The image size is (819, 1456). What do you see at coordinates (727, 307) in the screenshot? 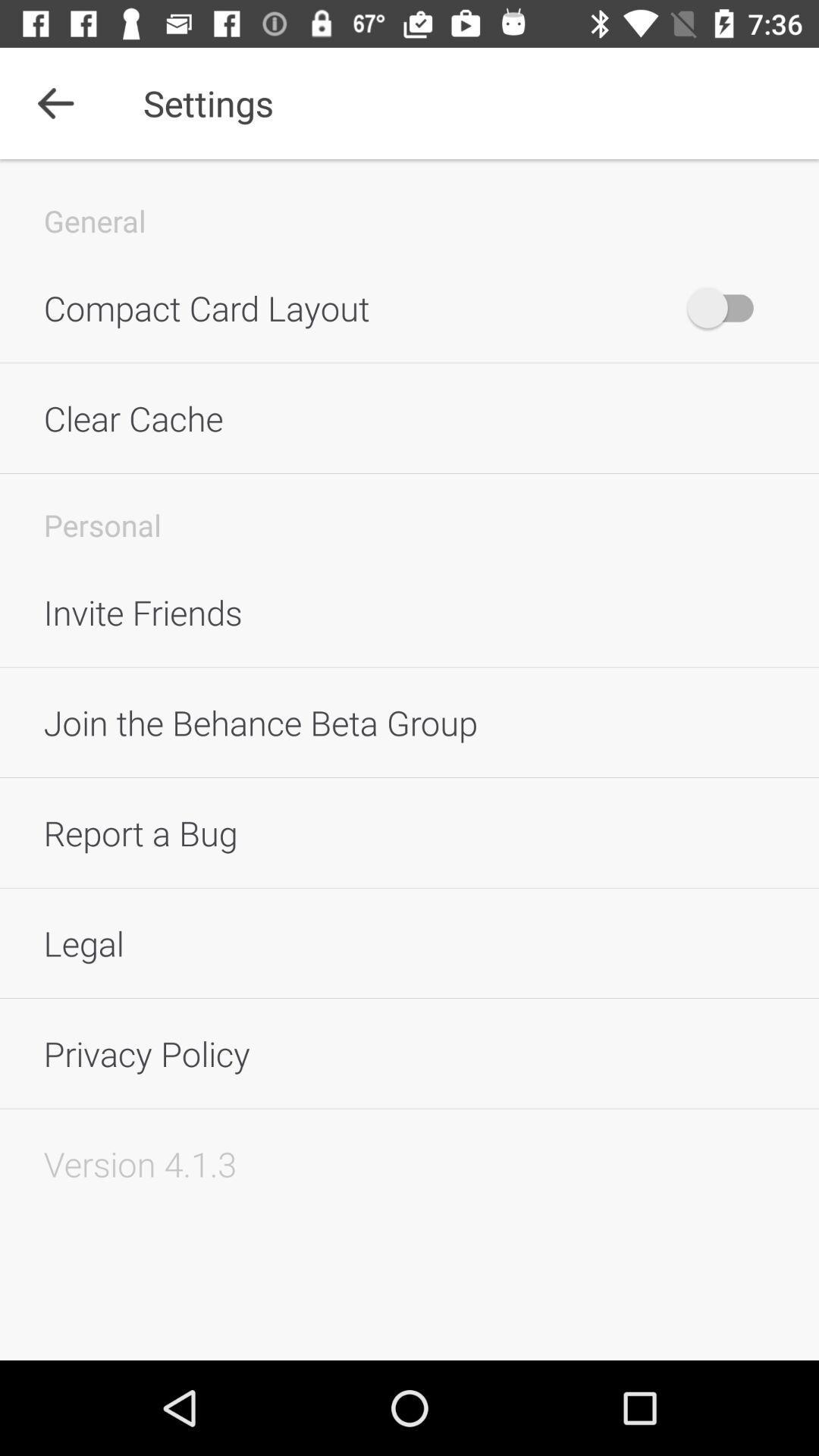
I see `activate compact card layout` at bounding box center [727, 307].